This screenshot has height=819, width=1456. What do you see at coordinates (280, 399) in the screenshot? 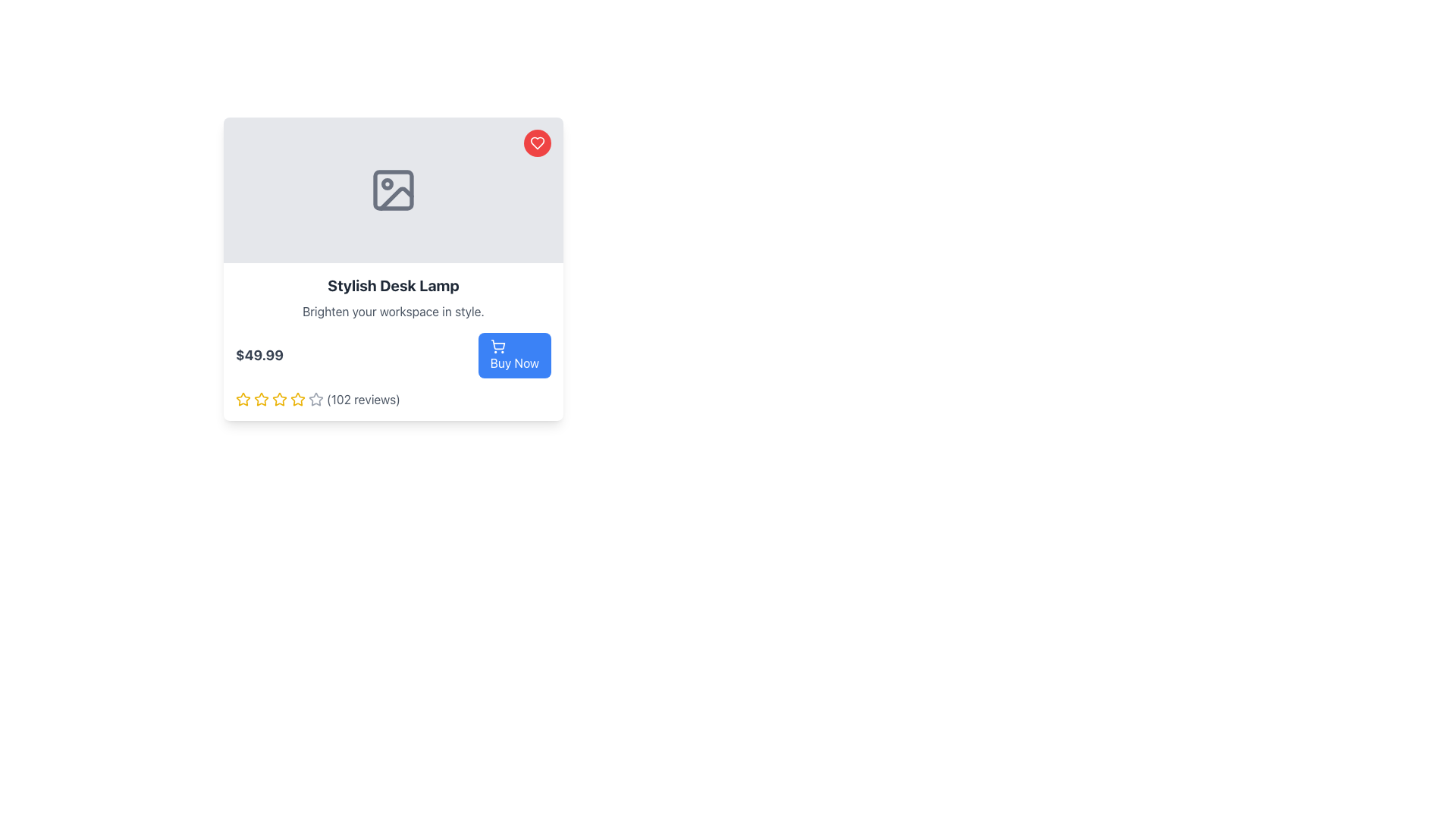
I see `the fourth star-shaped yellow icon in the rating system located below the price tag and to the left of the review count text` at bounding box center [280, 399].